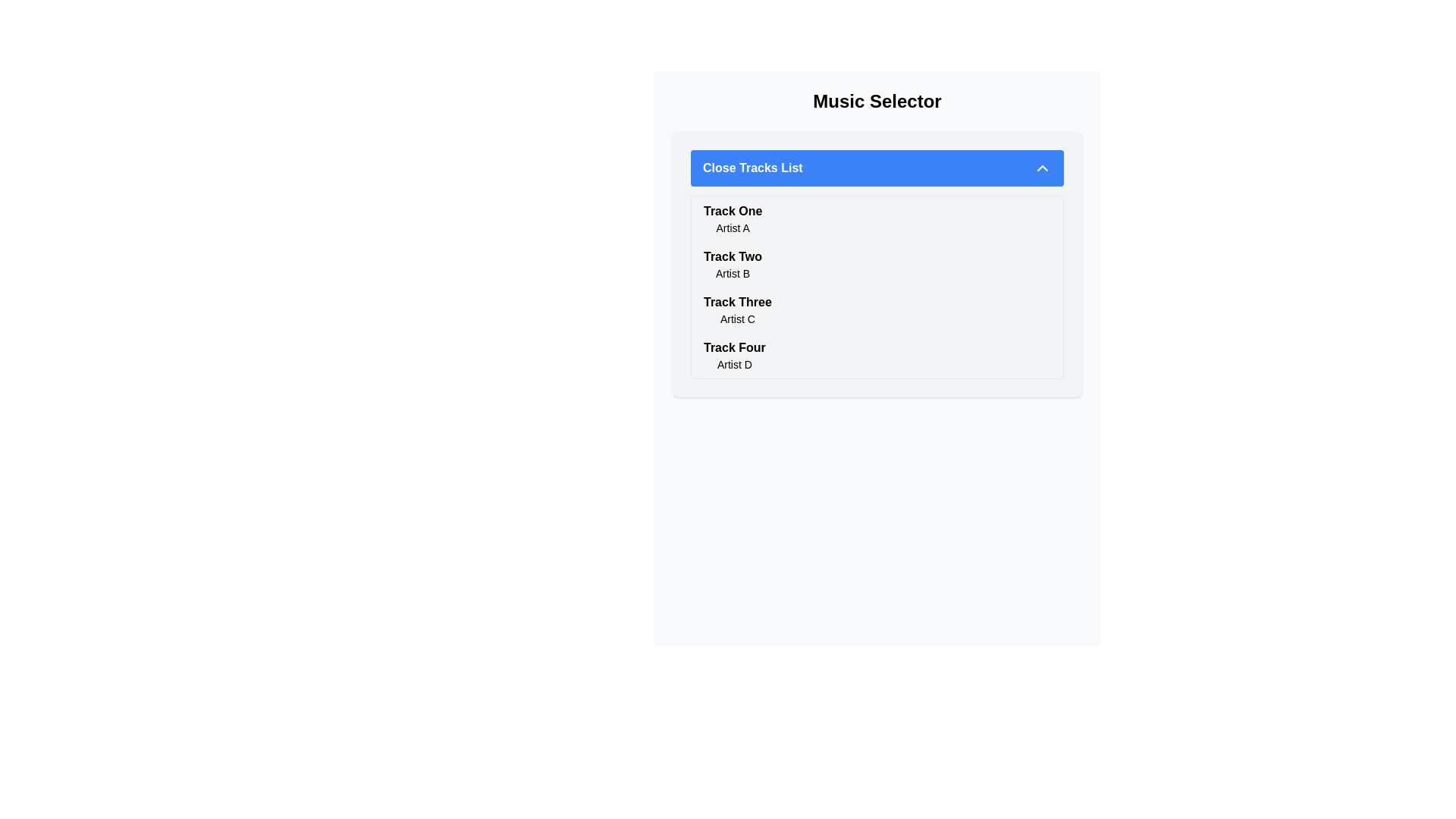 The height and width of the screenshot is (819, 1456). What do you see at coordinates (877, 168) in the screenshot?
I see `the blue button with rounded corners labeled 'Close Tracks List'` at bounding box center [877, 168].